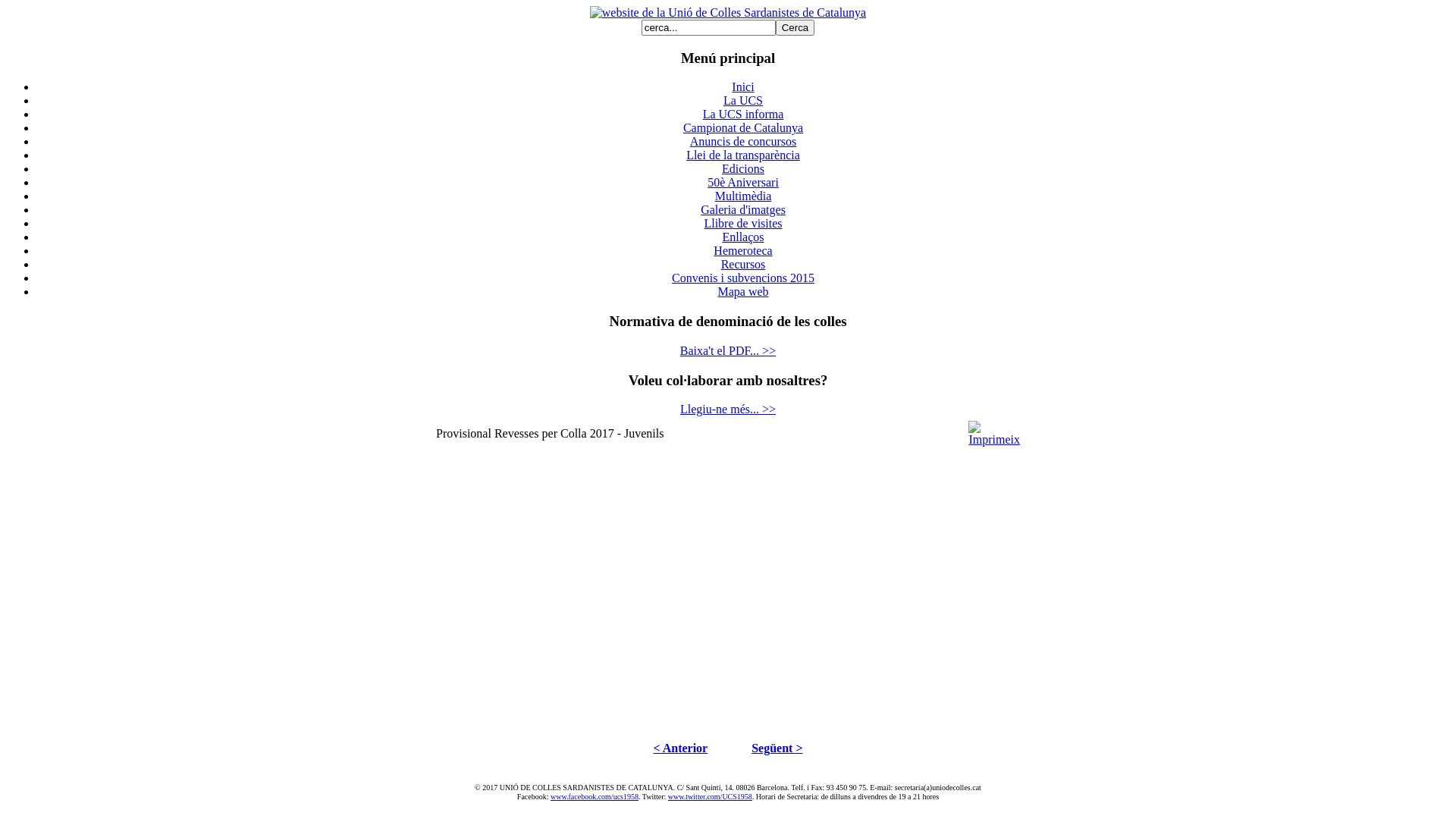 The width and height of the screenshot is (1456, 819). I want to click on 'Edicions', so click(720, 168).